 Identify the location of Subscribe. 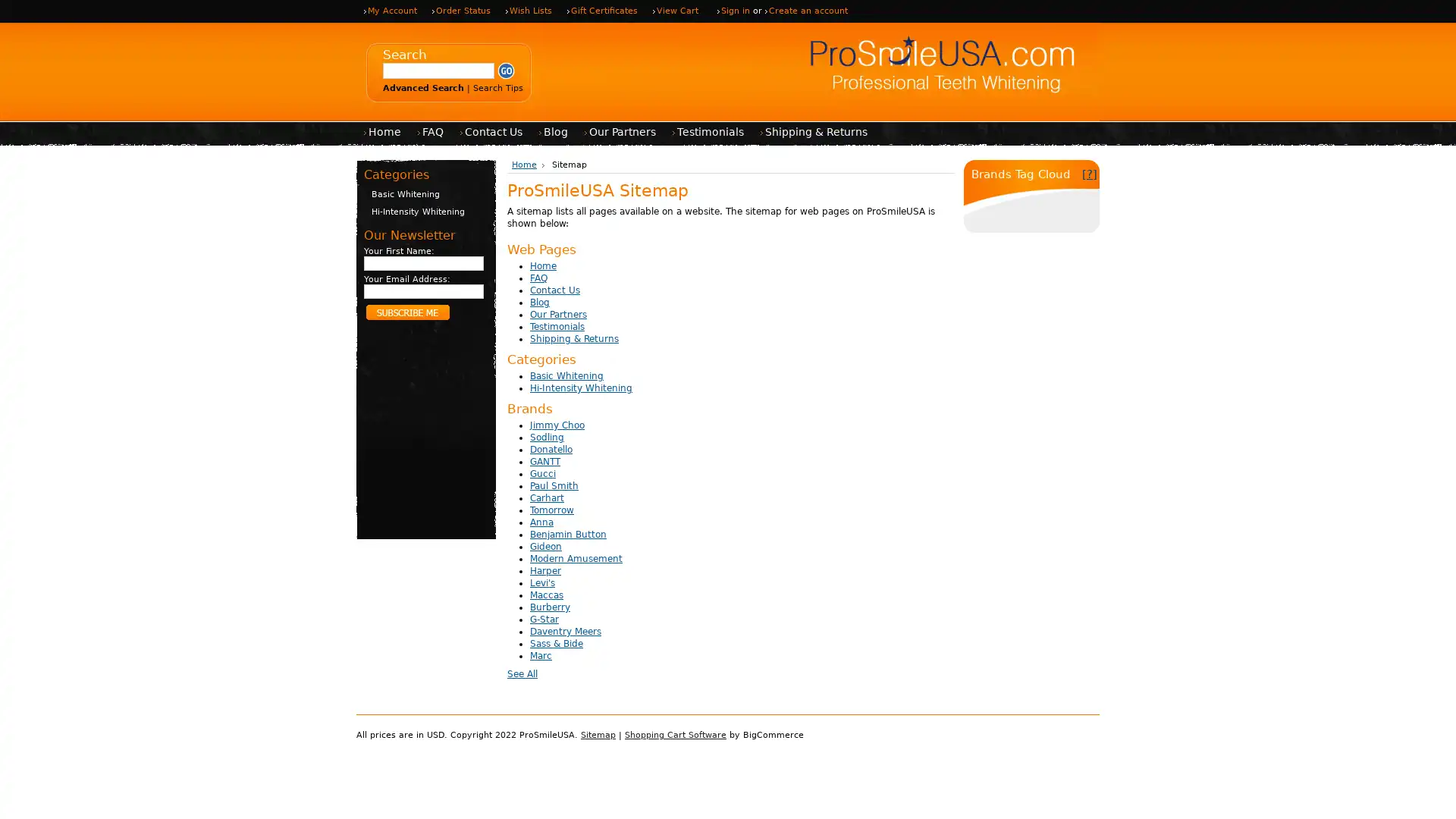
(407, 312).